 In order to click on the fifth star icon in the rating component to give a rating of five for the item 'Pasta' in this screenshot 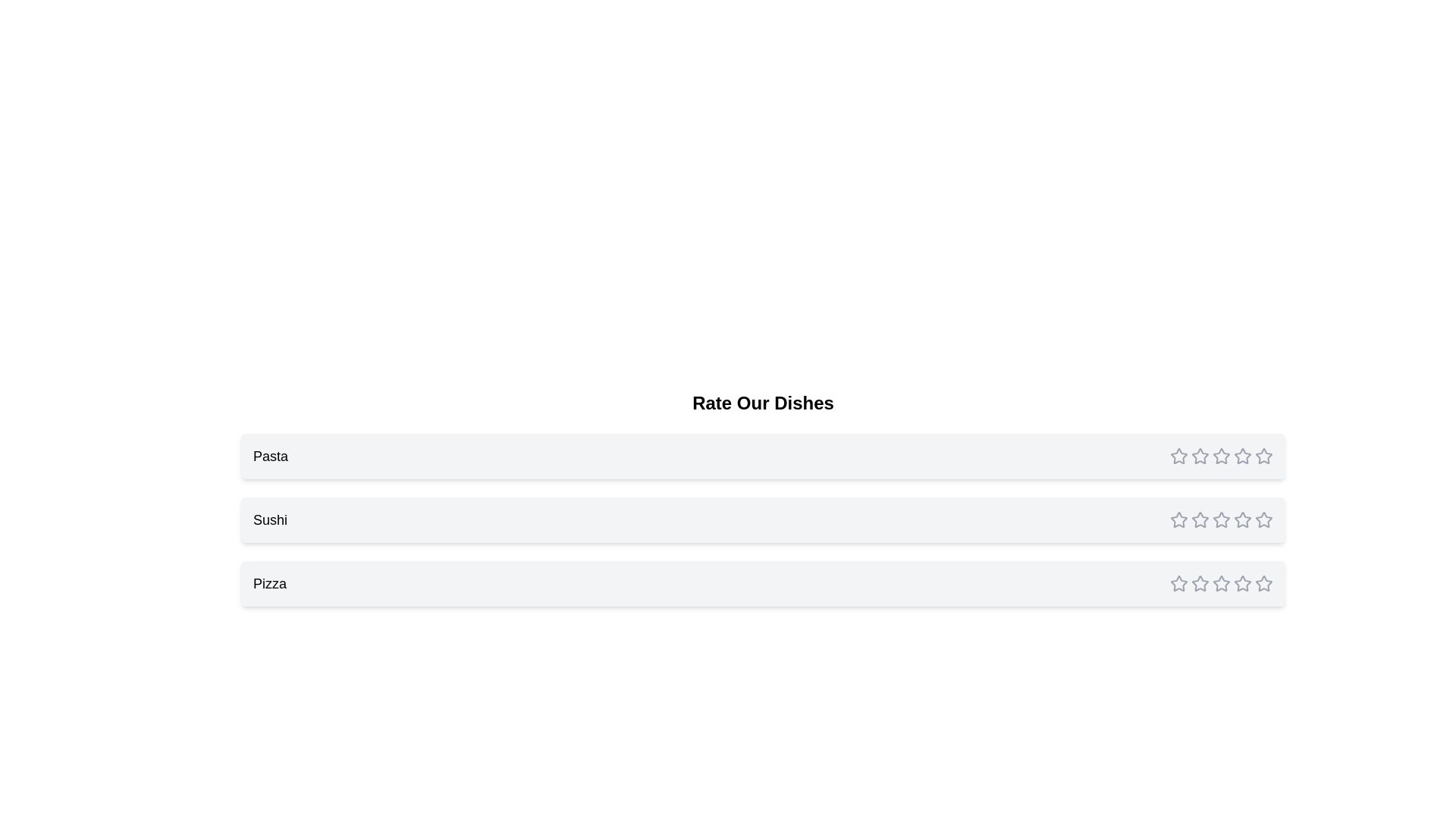, I will do `click(1263, 455)`.